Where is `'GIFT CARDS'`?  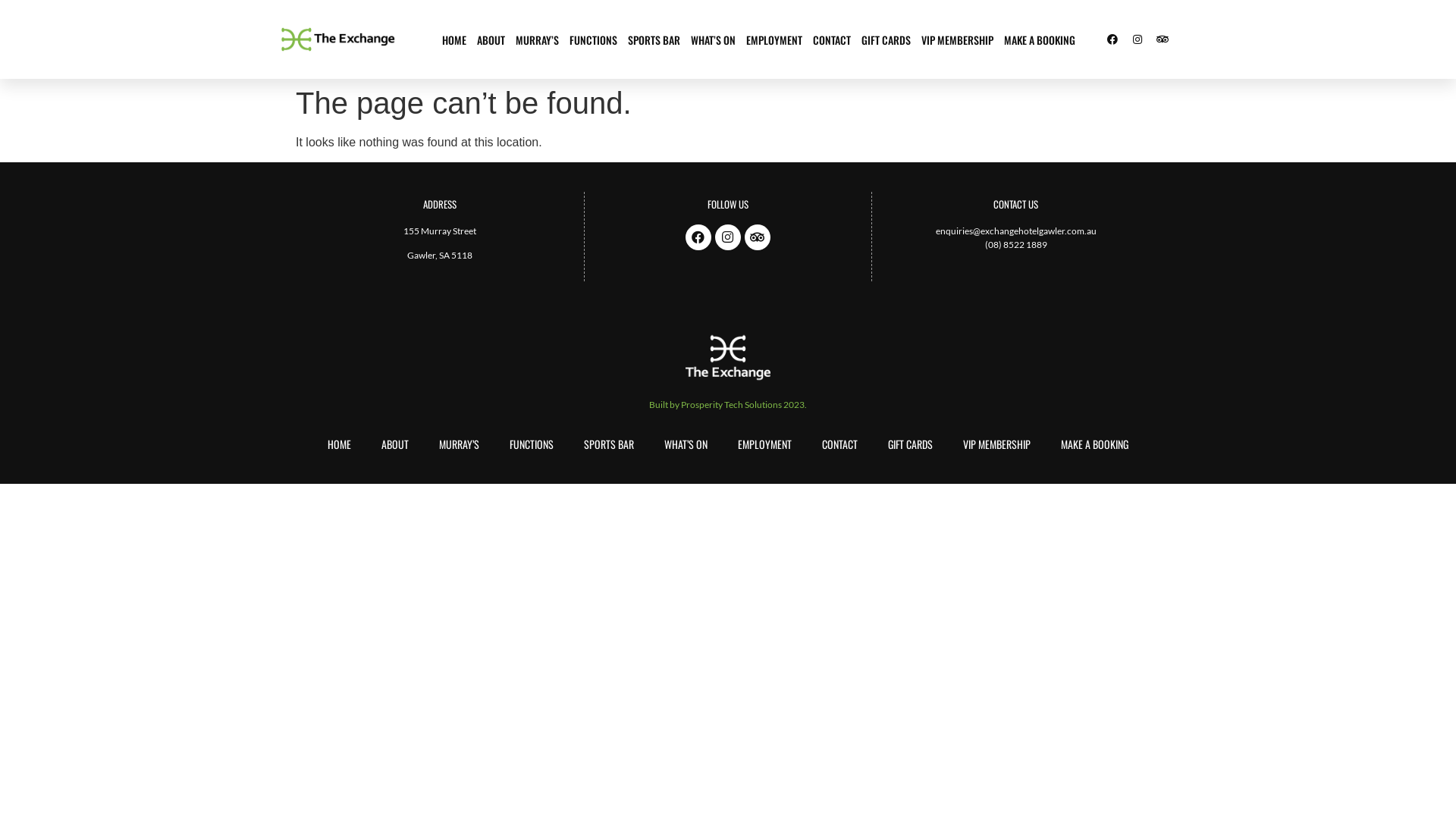 'GIFT CARDS' is located at coordinates (910, 444).